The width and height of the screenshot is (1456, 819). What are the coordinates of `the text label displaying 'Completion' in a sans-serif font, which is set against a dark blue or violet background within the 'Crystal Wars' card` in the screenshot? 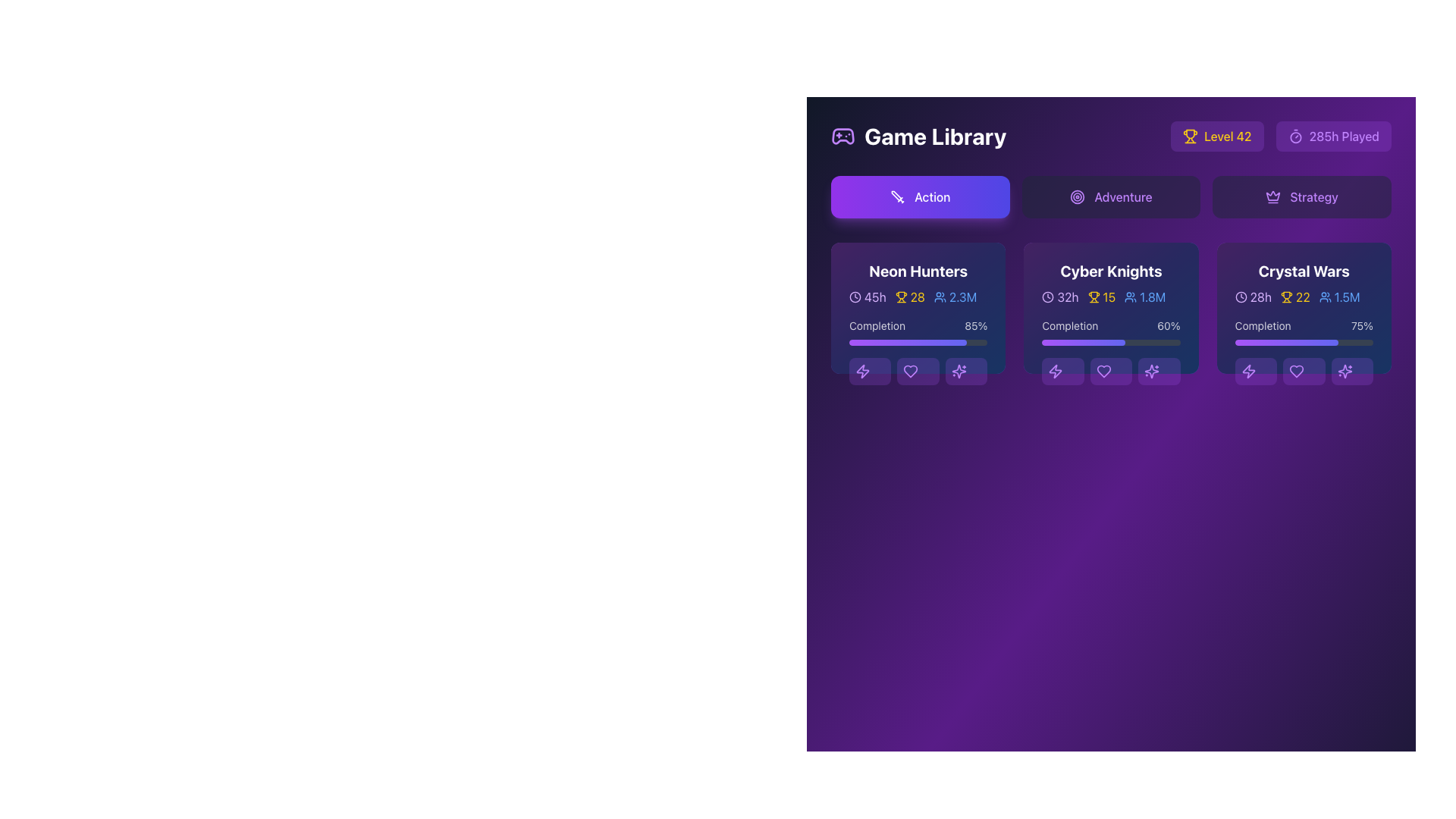 It's located at (1263, 325).